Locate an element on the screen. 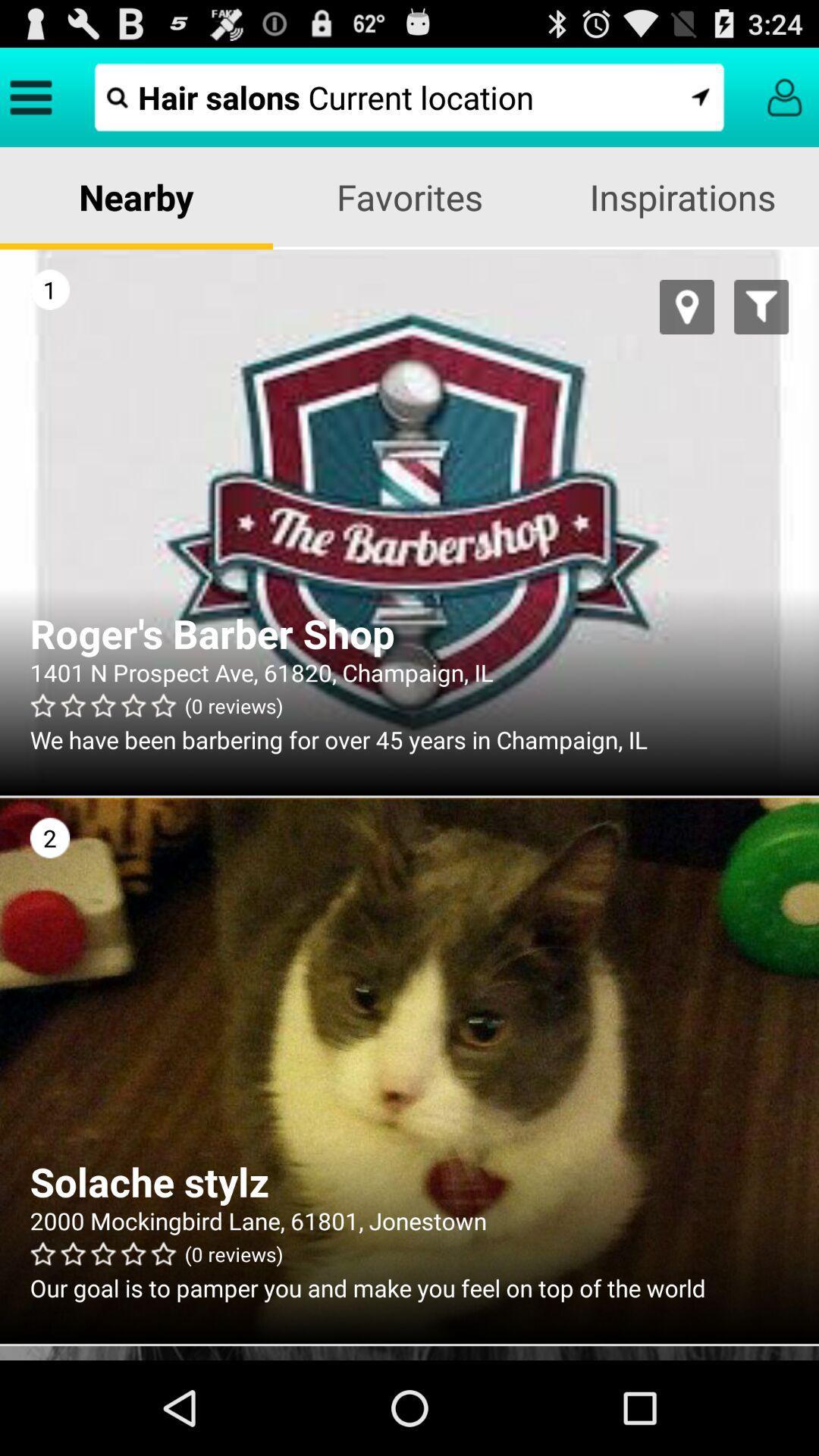 The height and width of the screenshot is (1456, 819). the item below the hair salons current app is located at coordinates (409, 196).